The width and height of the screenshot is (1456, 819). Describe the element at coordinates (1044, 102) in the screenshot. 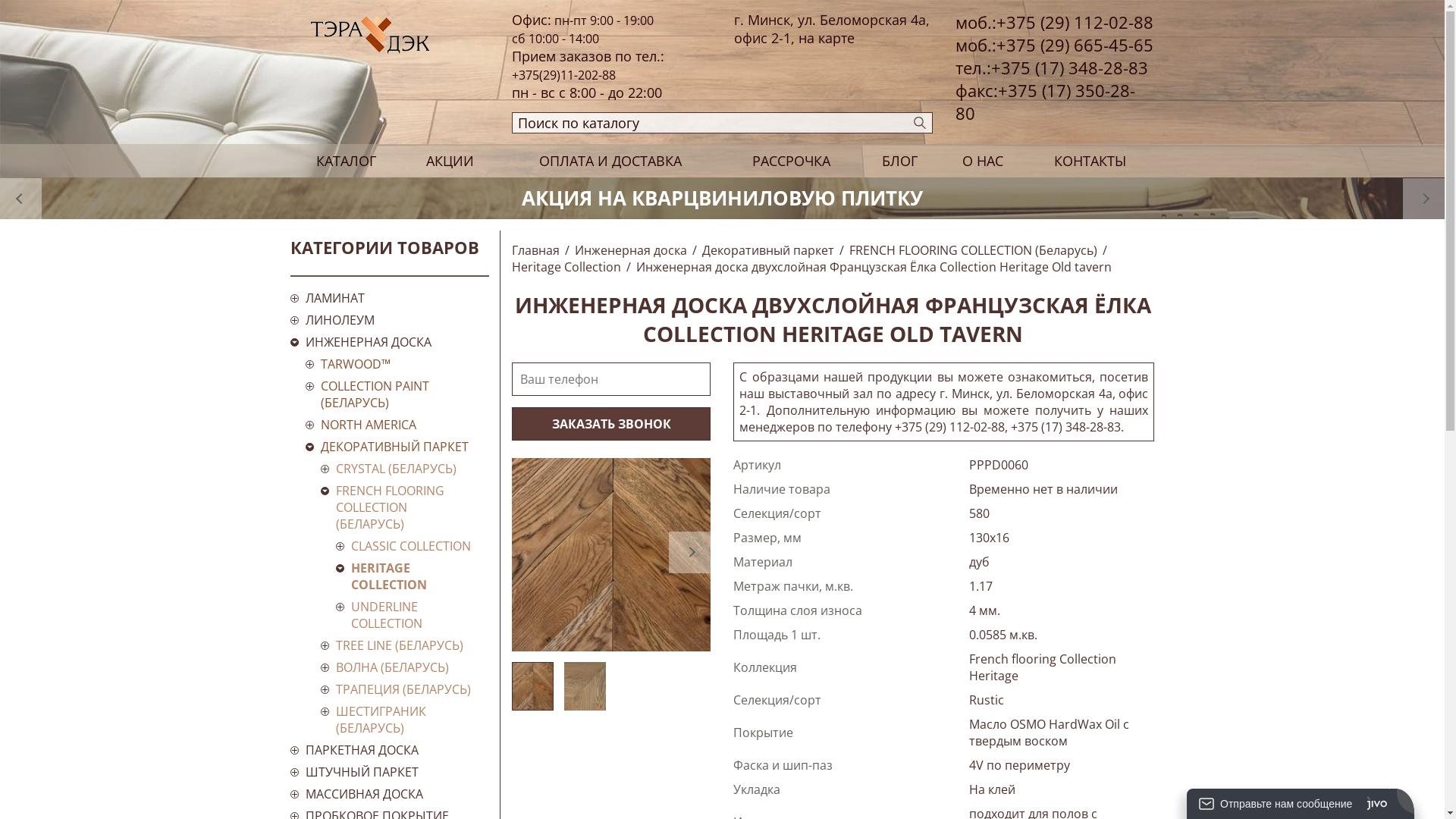

I see `'+375 (17) 350-28-80'` at that location.